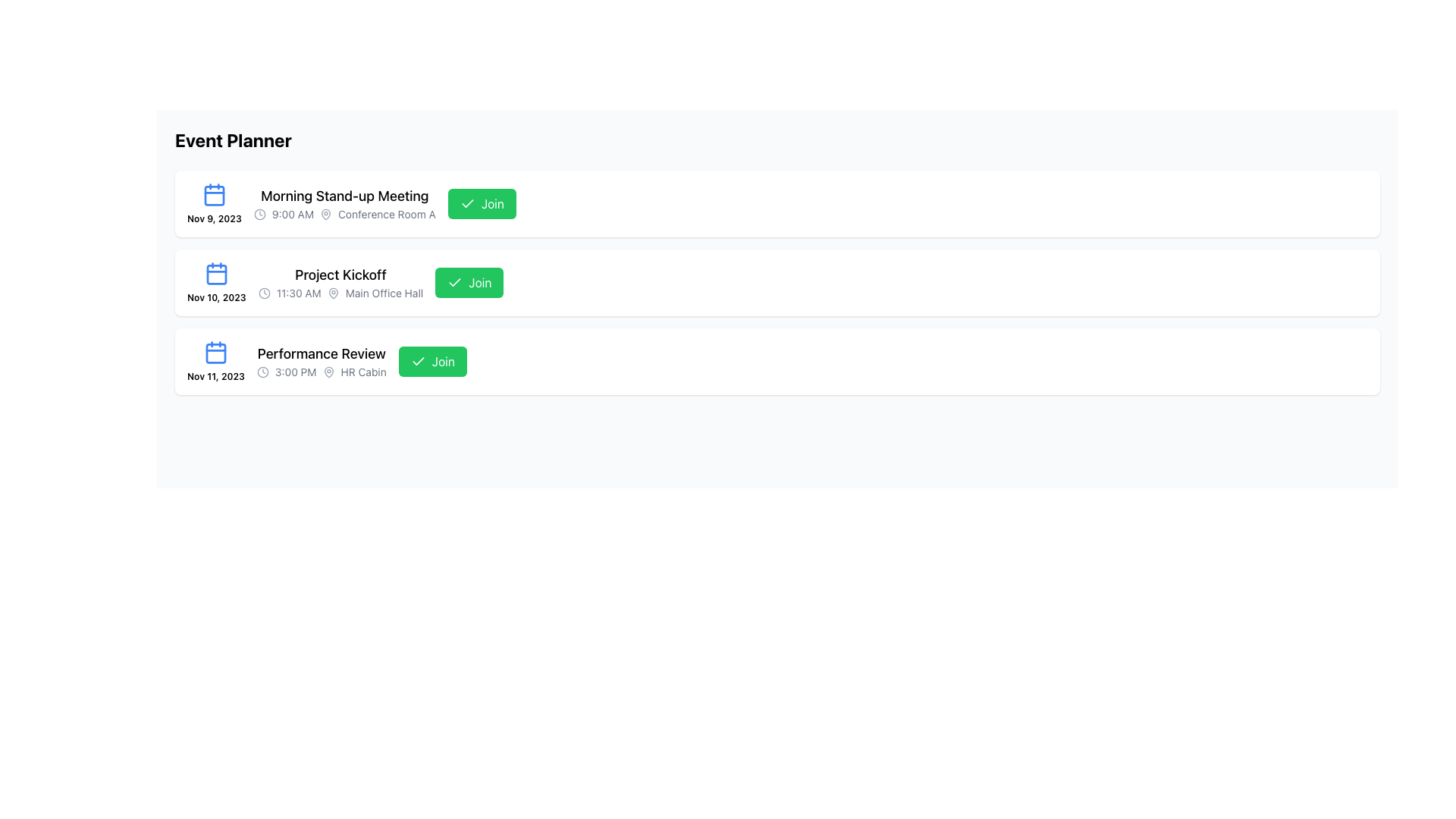 This screenshot has height=819, width=1456. Describe the element at coordinates (213, 203) in the screenshot. I see `the date-display widget representing the date November 9, 2023, for the 'Morning Stand-up Meeting' to trigger any associated actions if supported by application logic` at that location.